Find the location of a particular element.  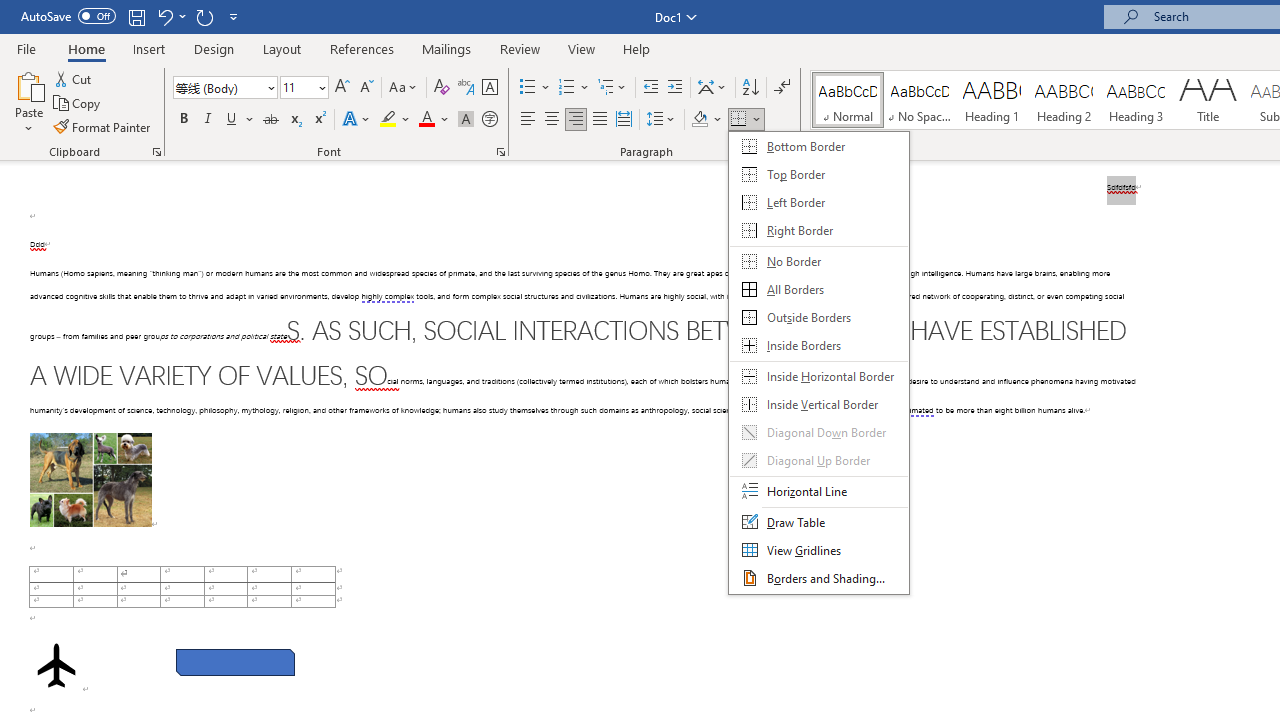

'Multilevel List' is located at coordinates (612, 86).